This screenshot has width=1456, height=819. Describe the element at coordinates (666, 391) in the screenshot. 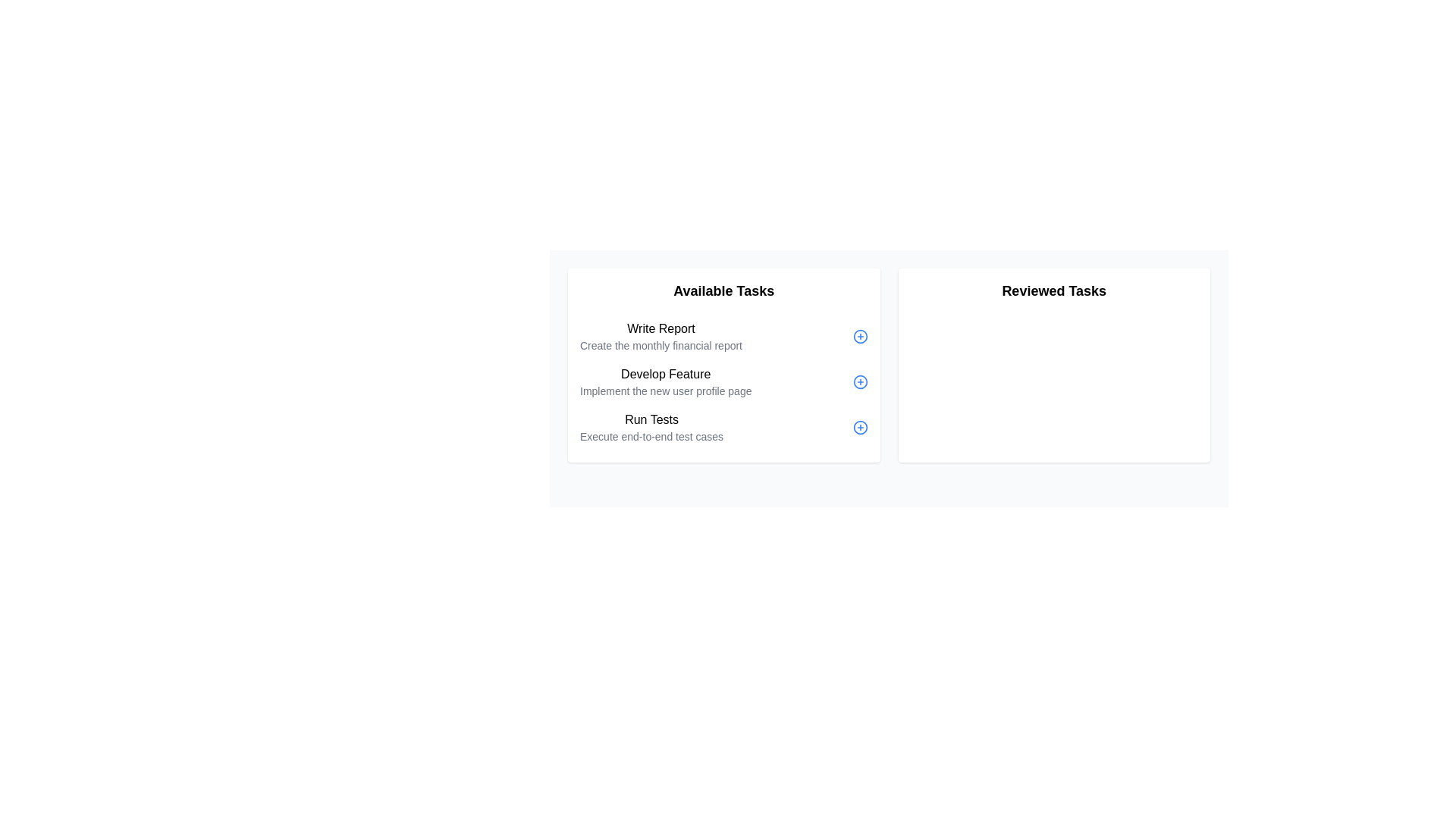

I see `the informational text element located beneath the 'Develop Feature' label in the 'Available Tasks' list` at that location.